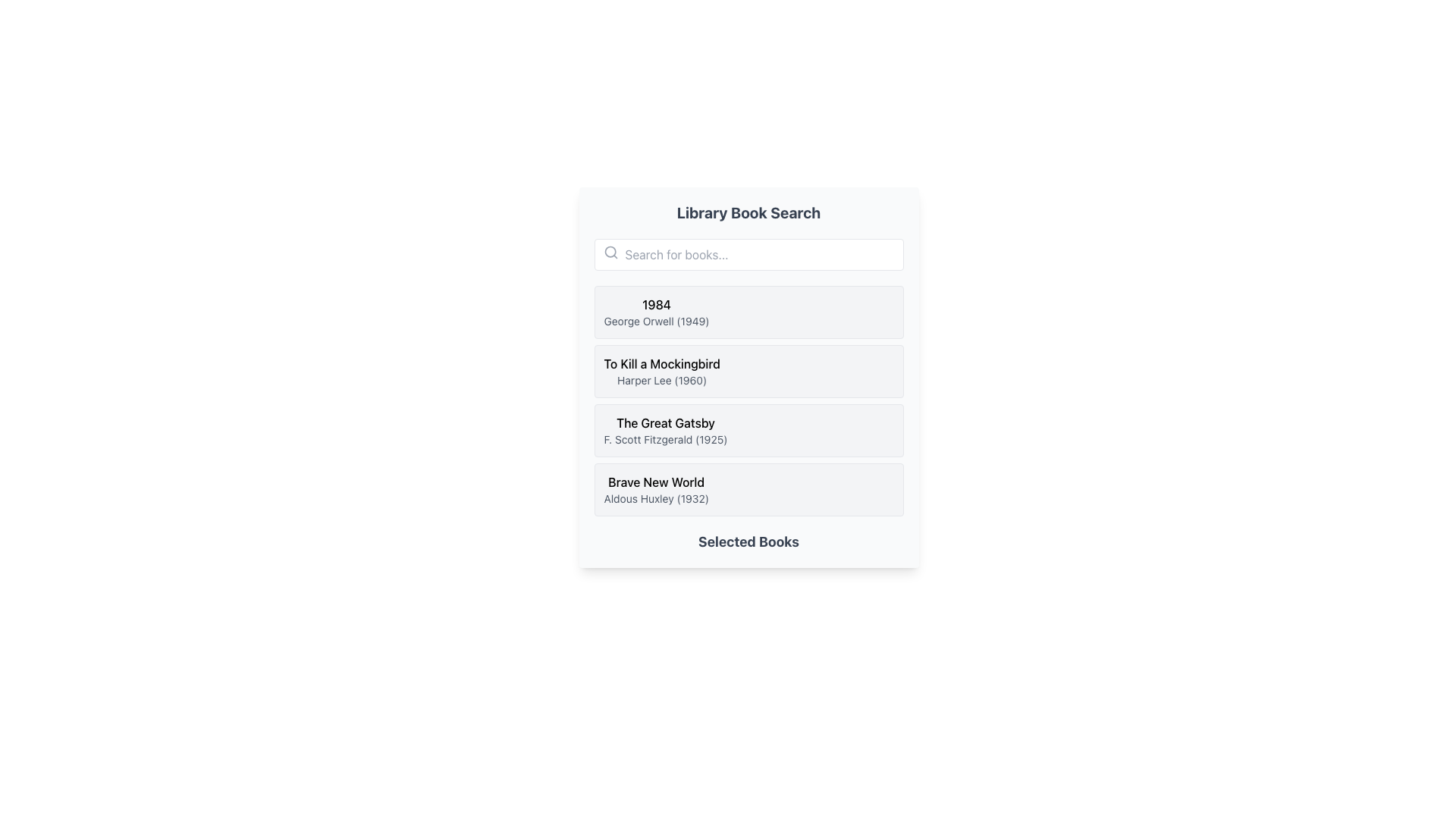  What do you see at coordinates (657, 312) in the screenshot?
I see `the text display for the book '1984' by George Orwell` at bounding box center [657, 312].